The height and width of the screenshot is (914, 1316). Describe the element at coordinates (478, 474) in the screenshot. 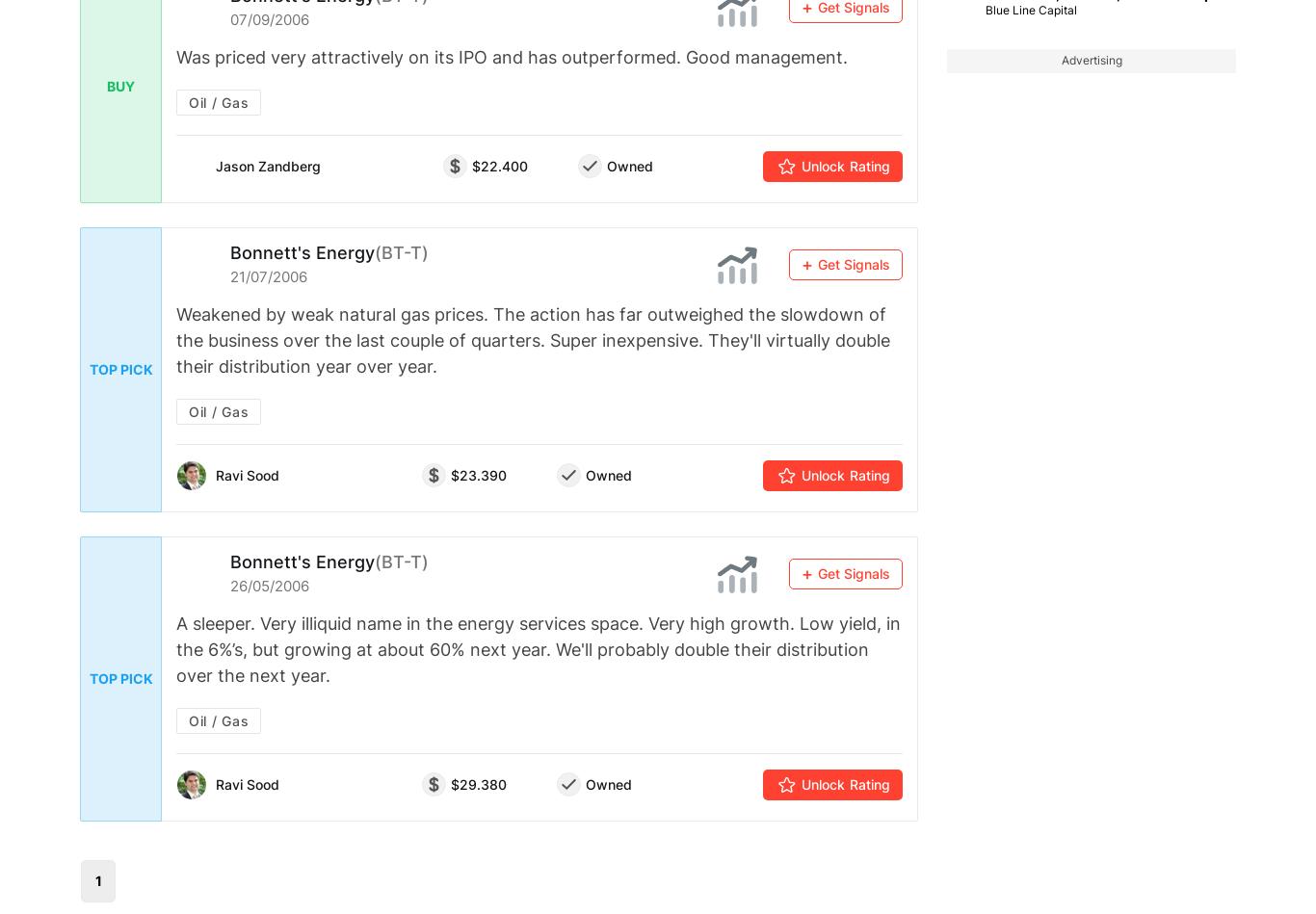

I see `'$23.390'` at that location.